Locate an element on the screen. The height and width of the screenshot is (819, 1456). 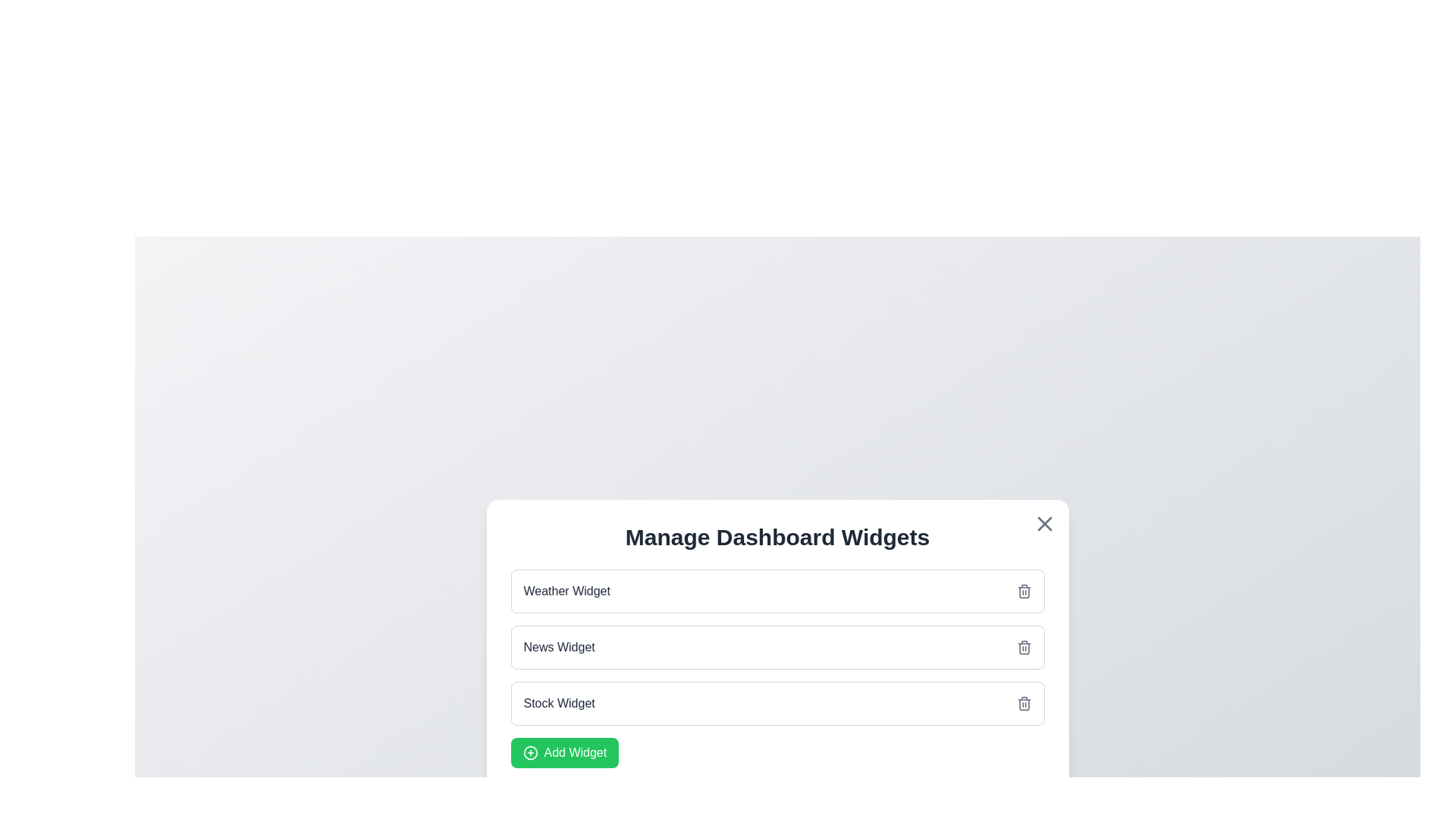
the 'Add Widget' button to add a new widget to the list is located at coordinates (563, 752).